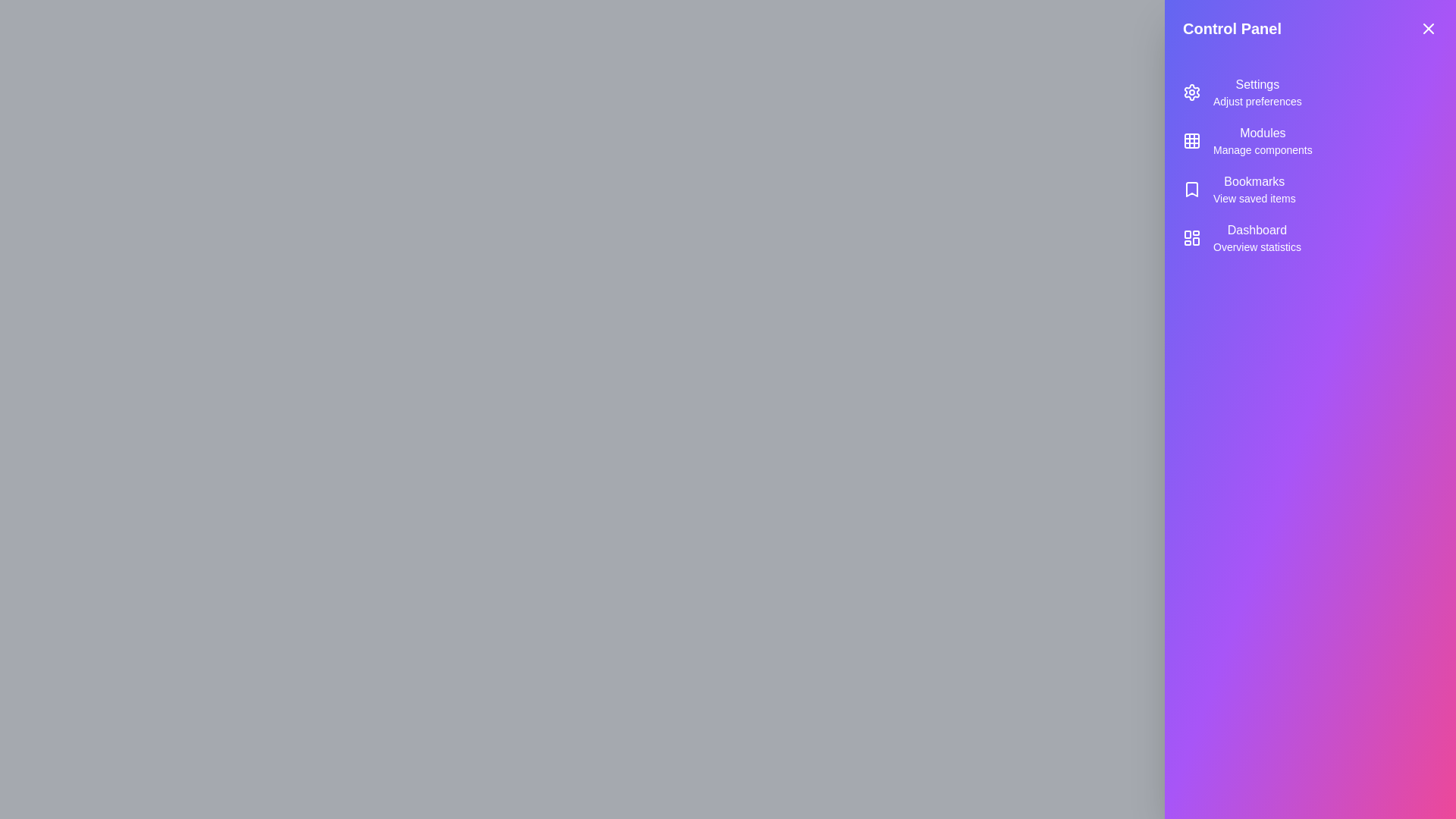 The image size is (1456, 819). What do you see at coordinates (1191, 189) in the screenshot?
I see `the bookmark icon located to the left of the 'Bookmarks' menu item in the control panel` at bounding box center [1191, 189].